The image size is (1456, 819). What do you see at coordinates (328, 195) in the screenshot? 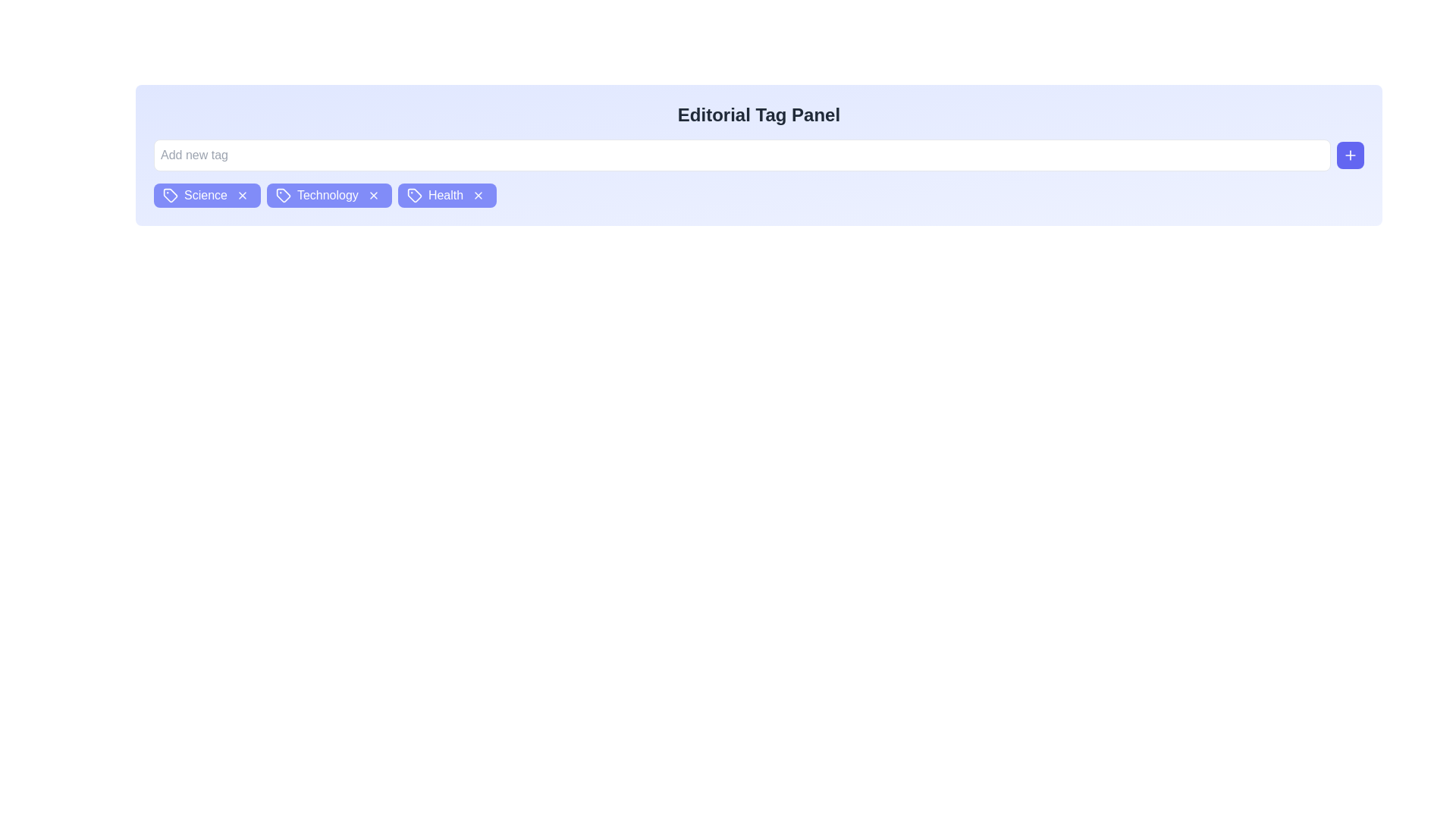
I see `the category label positioned between the 'Science' tag on the left and the 'Health' tag on the right, which serves as a tag or category label` at bounding box center [328, 195].